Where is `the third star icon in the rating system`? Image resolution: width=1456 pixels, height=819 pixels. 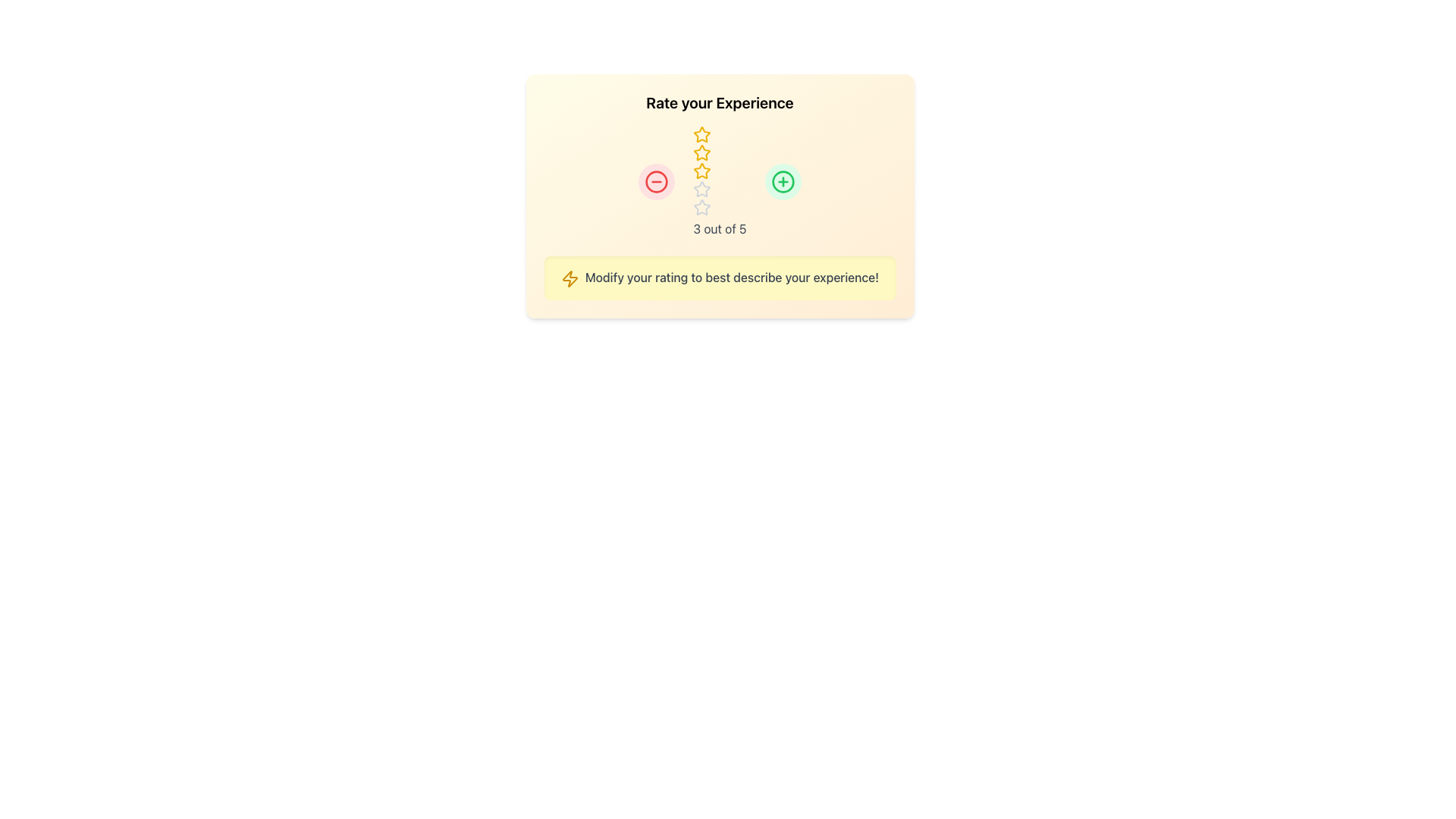
the third star icon in the rating system is located at coordinates (701, 207).